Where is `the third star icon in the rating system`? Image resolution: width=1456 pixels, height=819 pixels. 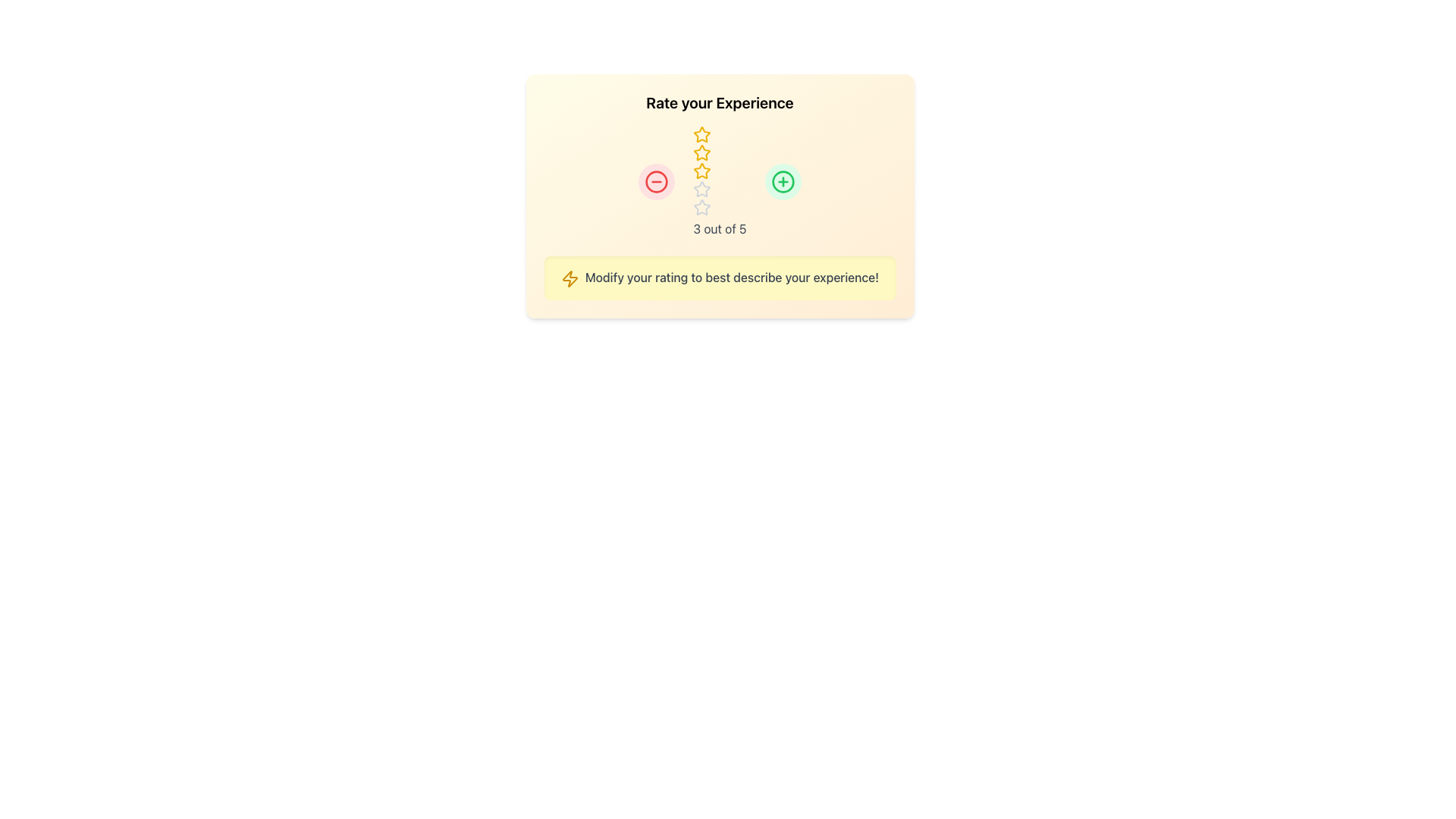
the third star icon in the rating system is located at coordinates (701, 207).